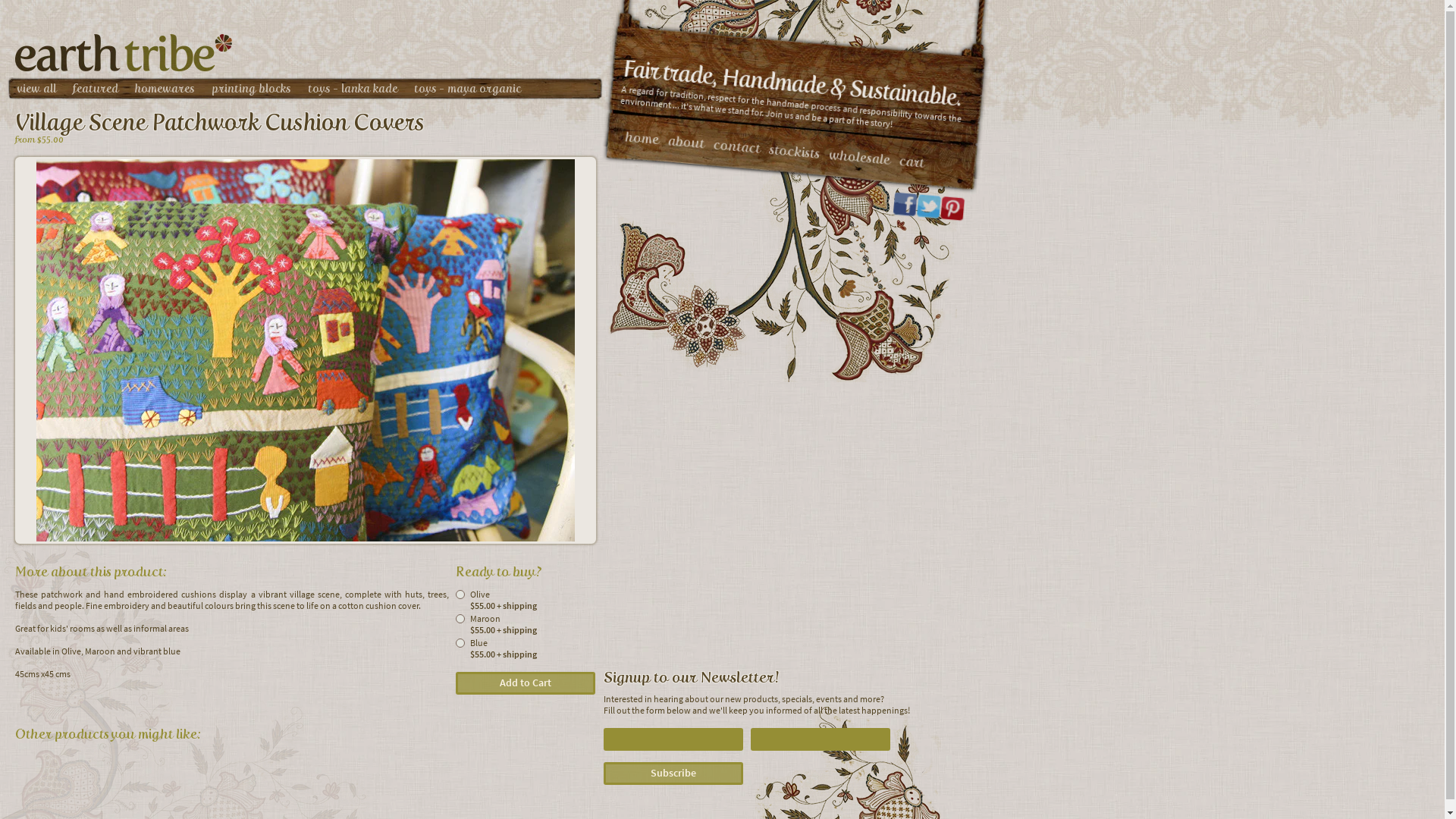 The image size is (1456, 819). What do you see at coordinates (819, 739) in the screenshot?
I see `'Email'` at bounding box center [819, 739].